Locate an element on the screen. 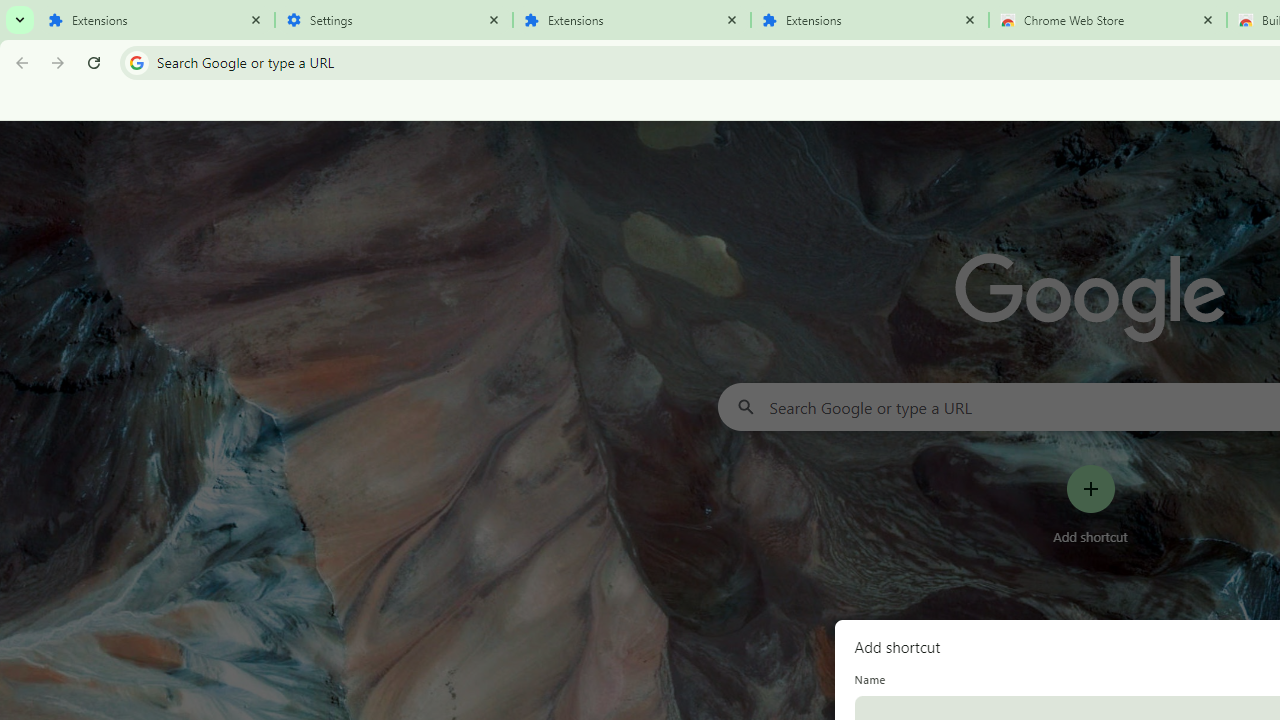  'Back' is located at coordinates (19, 61).